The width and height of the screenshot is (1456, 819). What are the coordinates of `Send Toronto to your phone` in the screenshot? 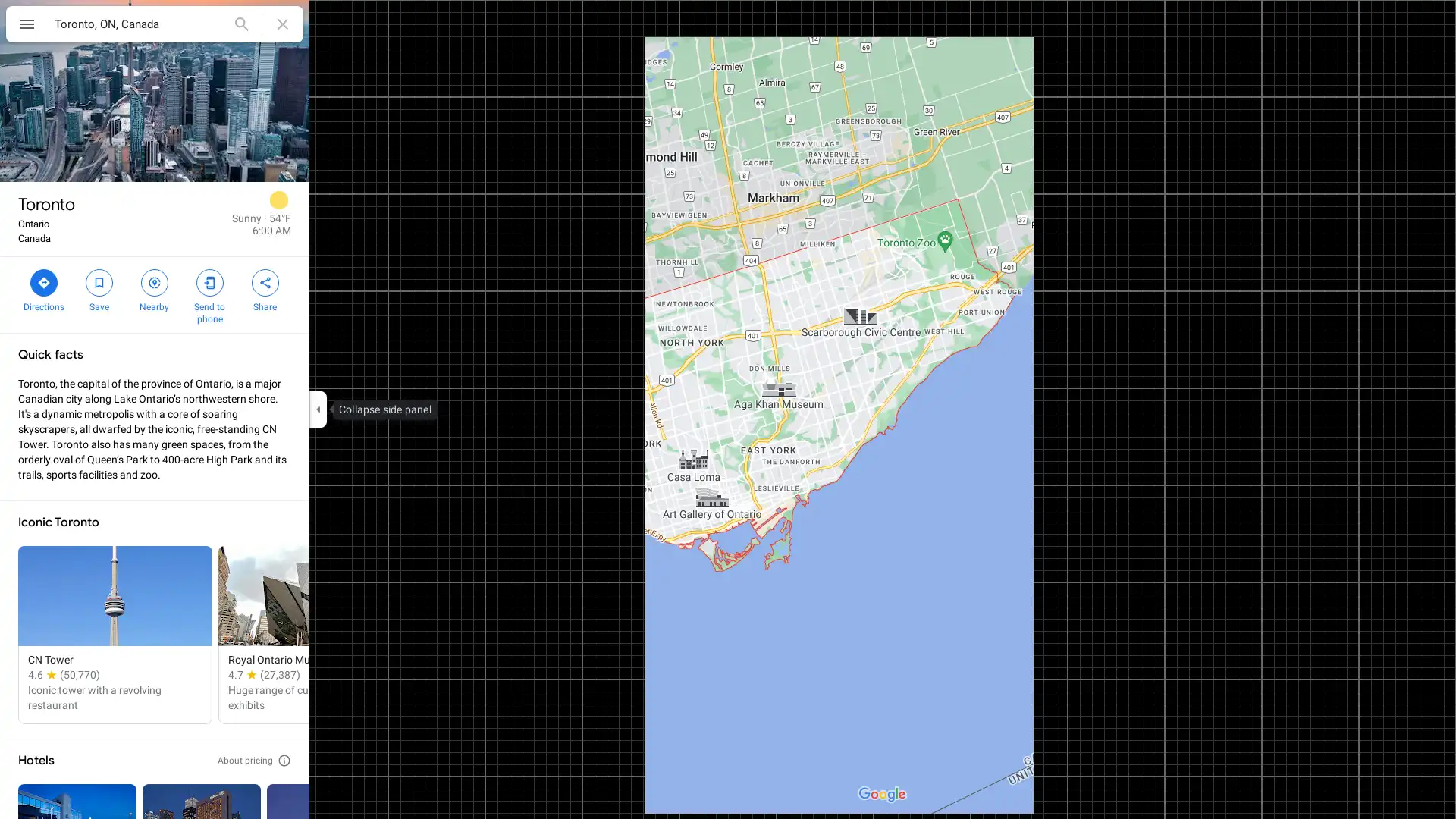 It's located at (209, 295).